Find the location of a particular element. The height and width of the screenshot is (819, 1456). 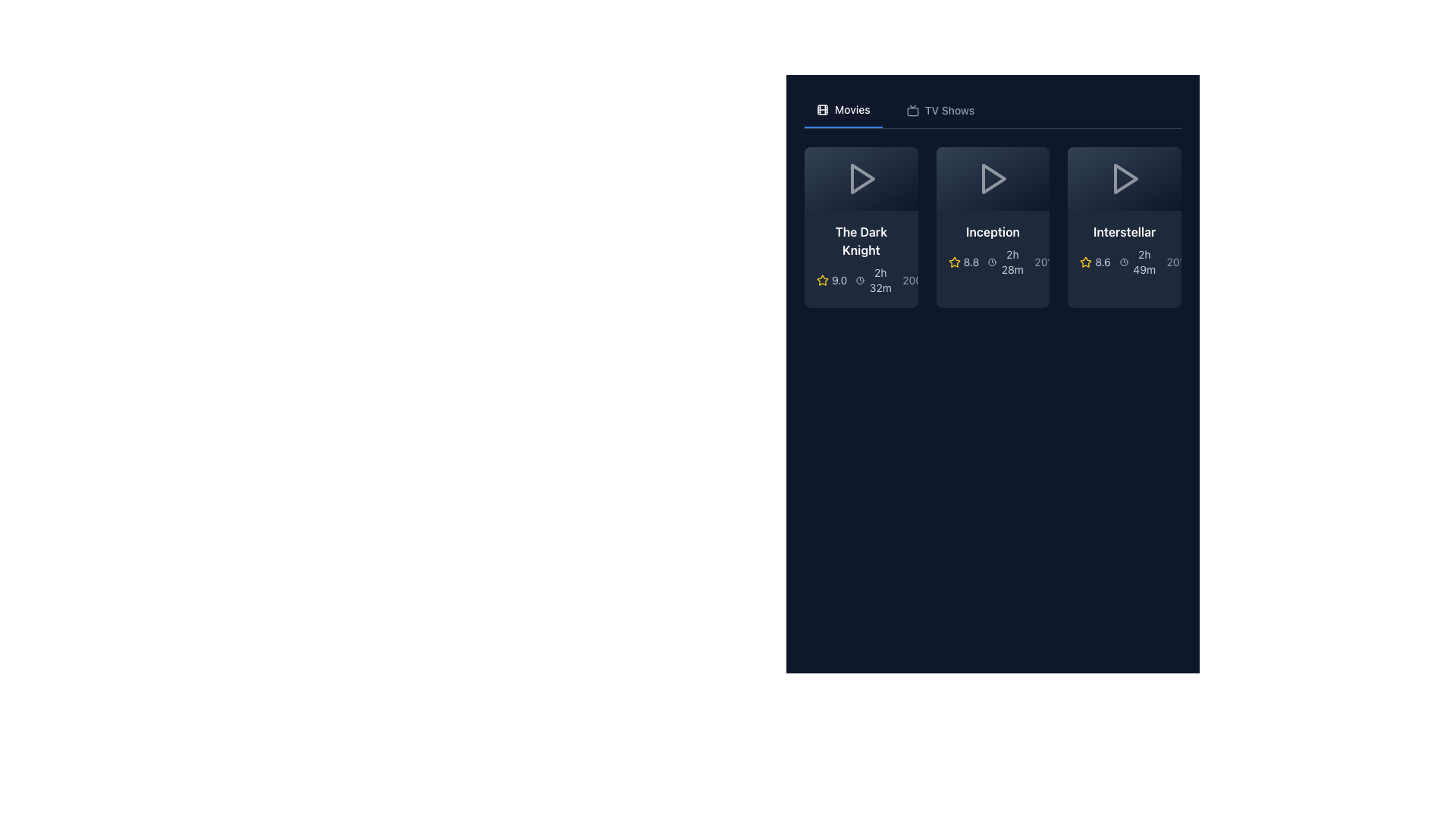

the triangular play button icon with a hollow outline and gradient effect located on the thumbnail of 'The Dark Knight' to play the media is located at coordinates (861, 178).